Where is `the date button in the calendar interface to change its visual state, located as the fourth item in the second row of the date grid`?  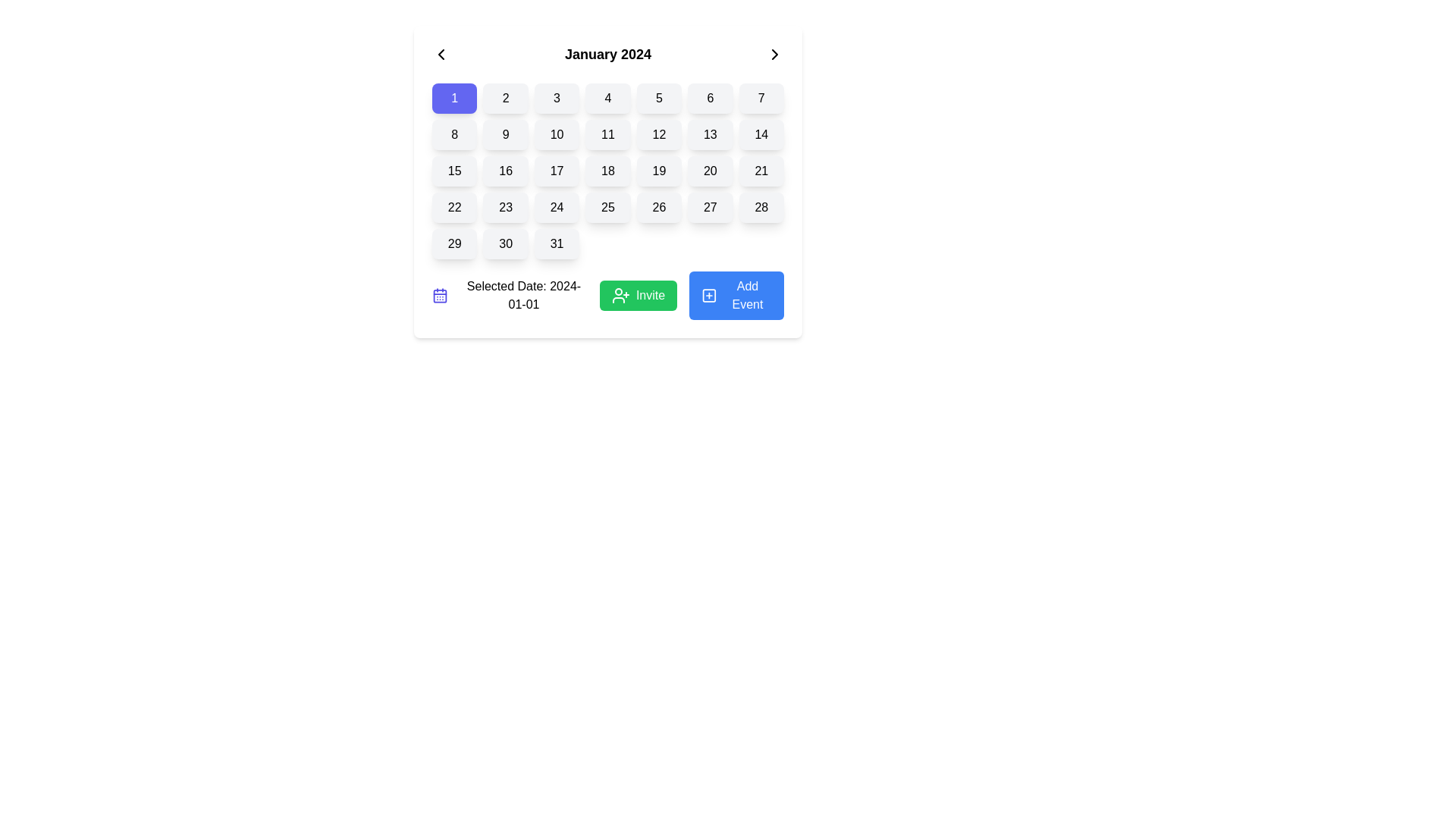 the date button in the calendar interface to change its visual state, located as the fourth item in the second row of the date grid is located at coordinates (607, 133).